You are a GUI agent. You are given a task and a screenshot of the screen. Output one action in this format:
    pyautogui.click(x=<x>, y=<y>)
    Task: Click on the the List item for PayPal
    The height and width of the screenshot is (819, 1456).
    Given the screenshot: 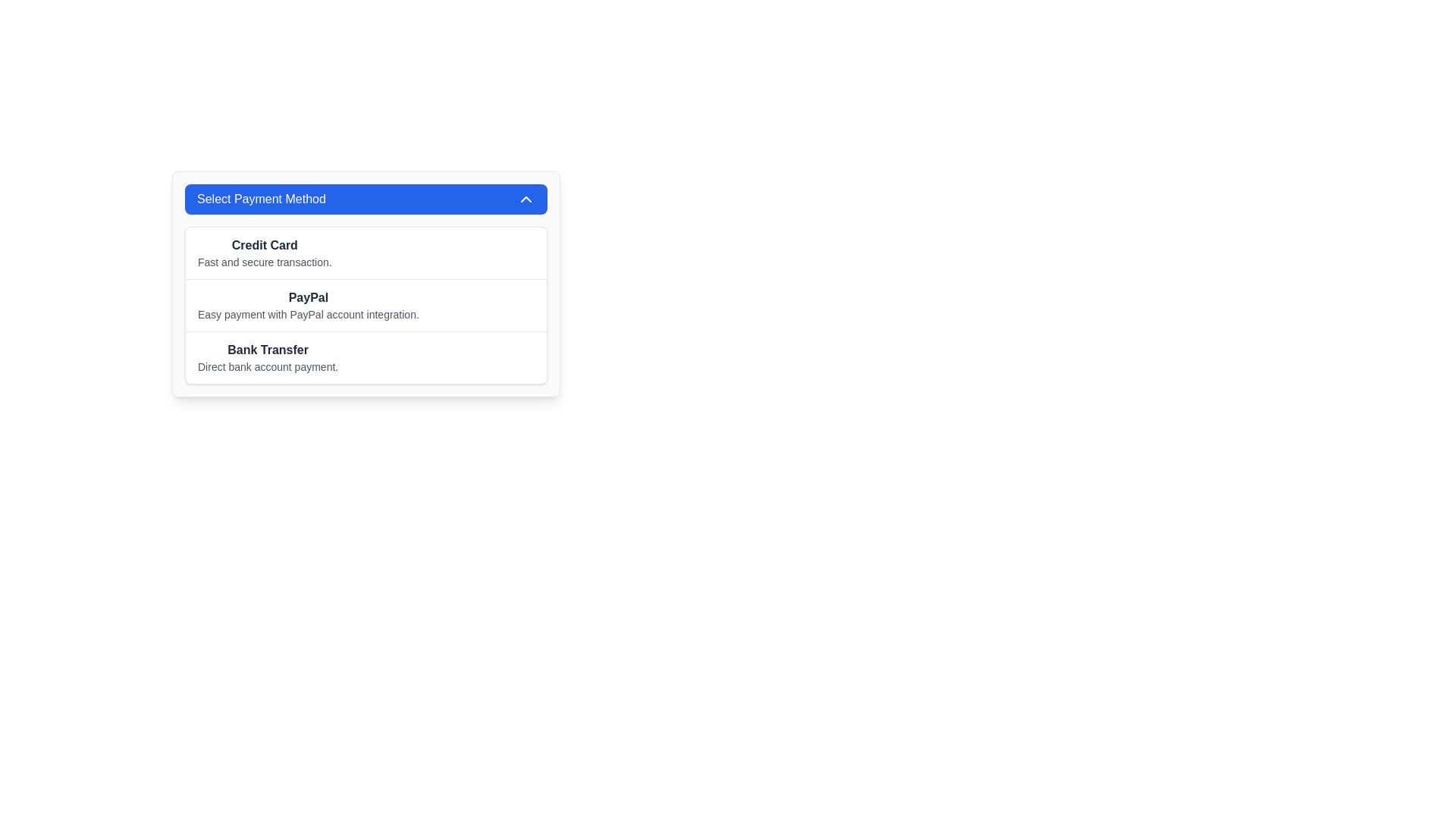 What is the action you would take?
    pyautogui.click(x=366, y=284)
    